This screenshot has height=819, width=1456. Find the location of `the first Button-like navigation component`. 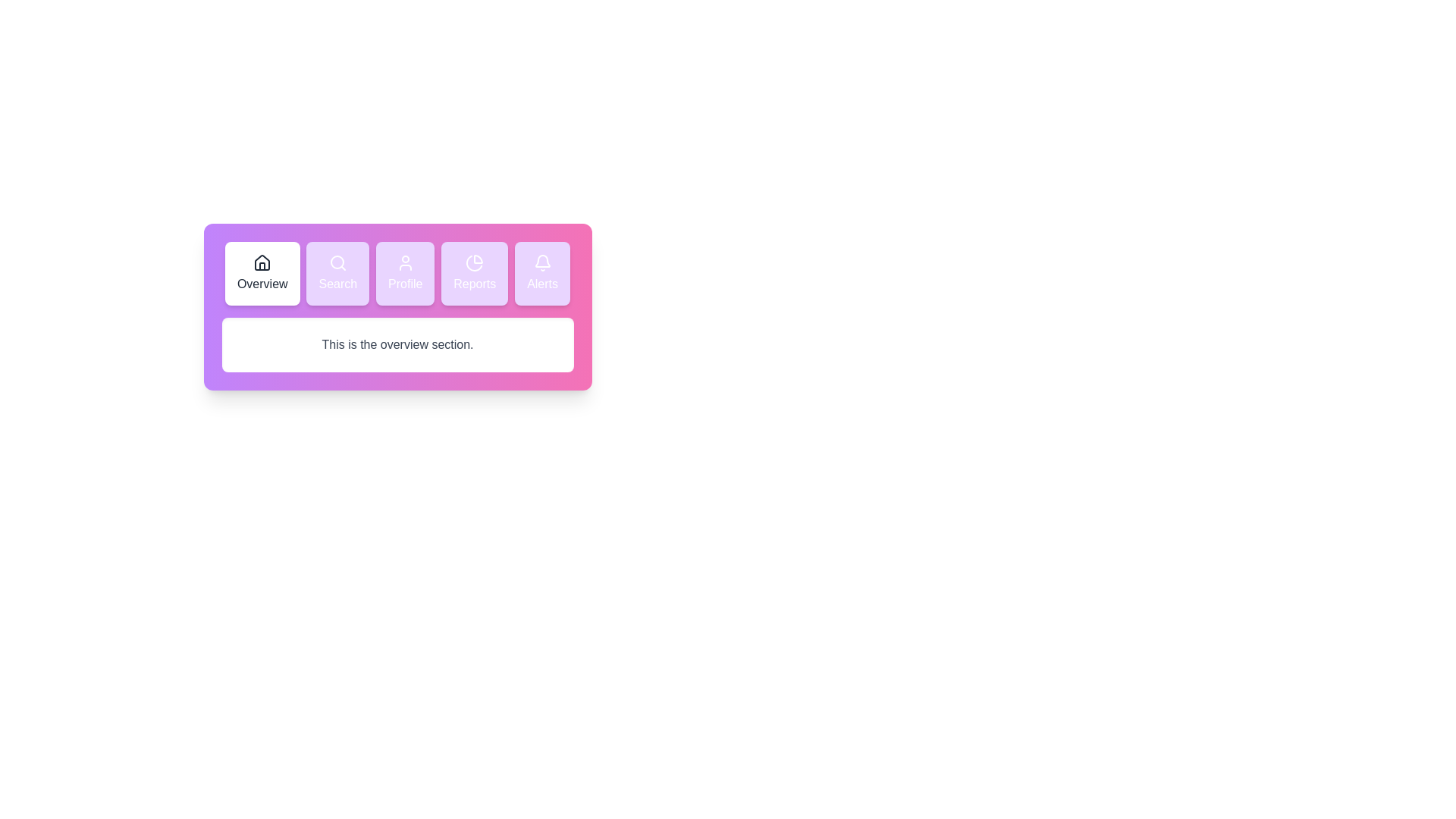

the first Button-like navigation component is located at coordinates (262, 274).